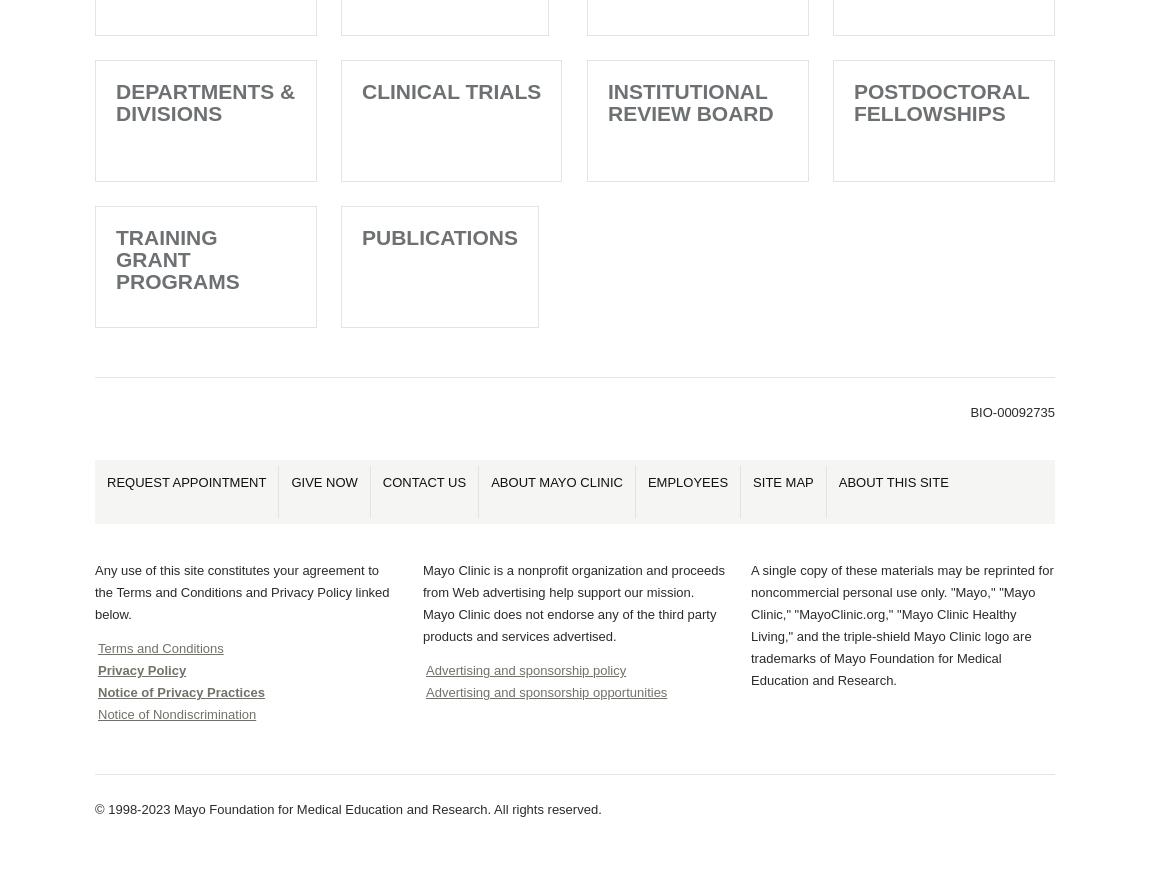 This screenshot has height=888, width=1150. Describe the element at coordinates (689, 101) in the screenshot. I see `'Institutional Review Board'` at that location.